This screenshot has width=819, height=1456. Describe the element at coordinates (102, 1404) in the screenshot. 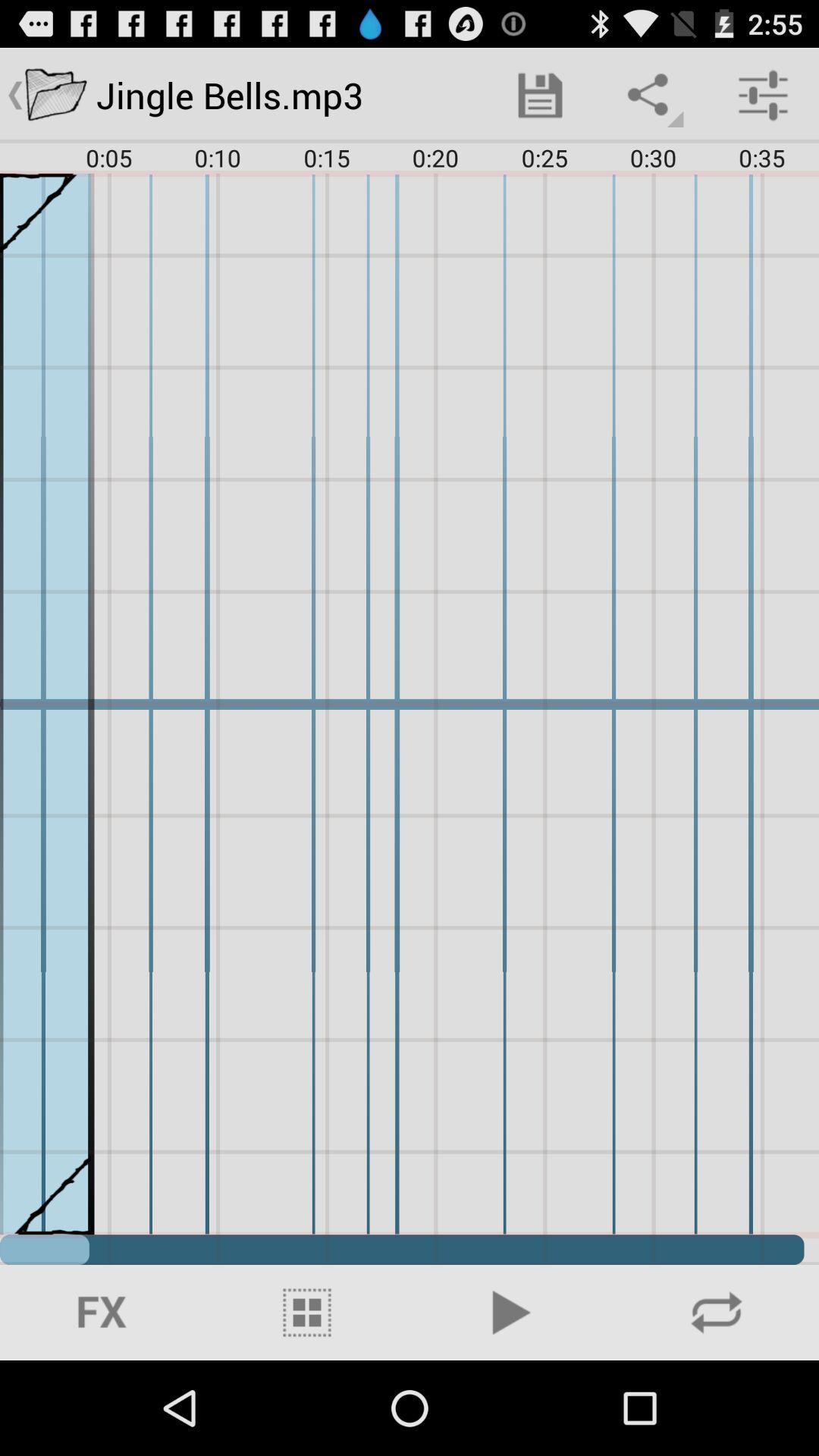

I see `the sliders icon` at that location.